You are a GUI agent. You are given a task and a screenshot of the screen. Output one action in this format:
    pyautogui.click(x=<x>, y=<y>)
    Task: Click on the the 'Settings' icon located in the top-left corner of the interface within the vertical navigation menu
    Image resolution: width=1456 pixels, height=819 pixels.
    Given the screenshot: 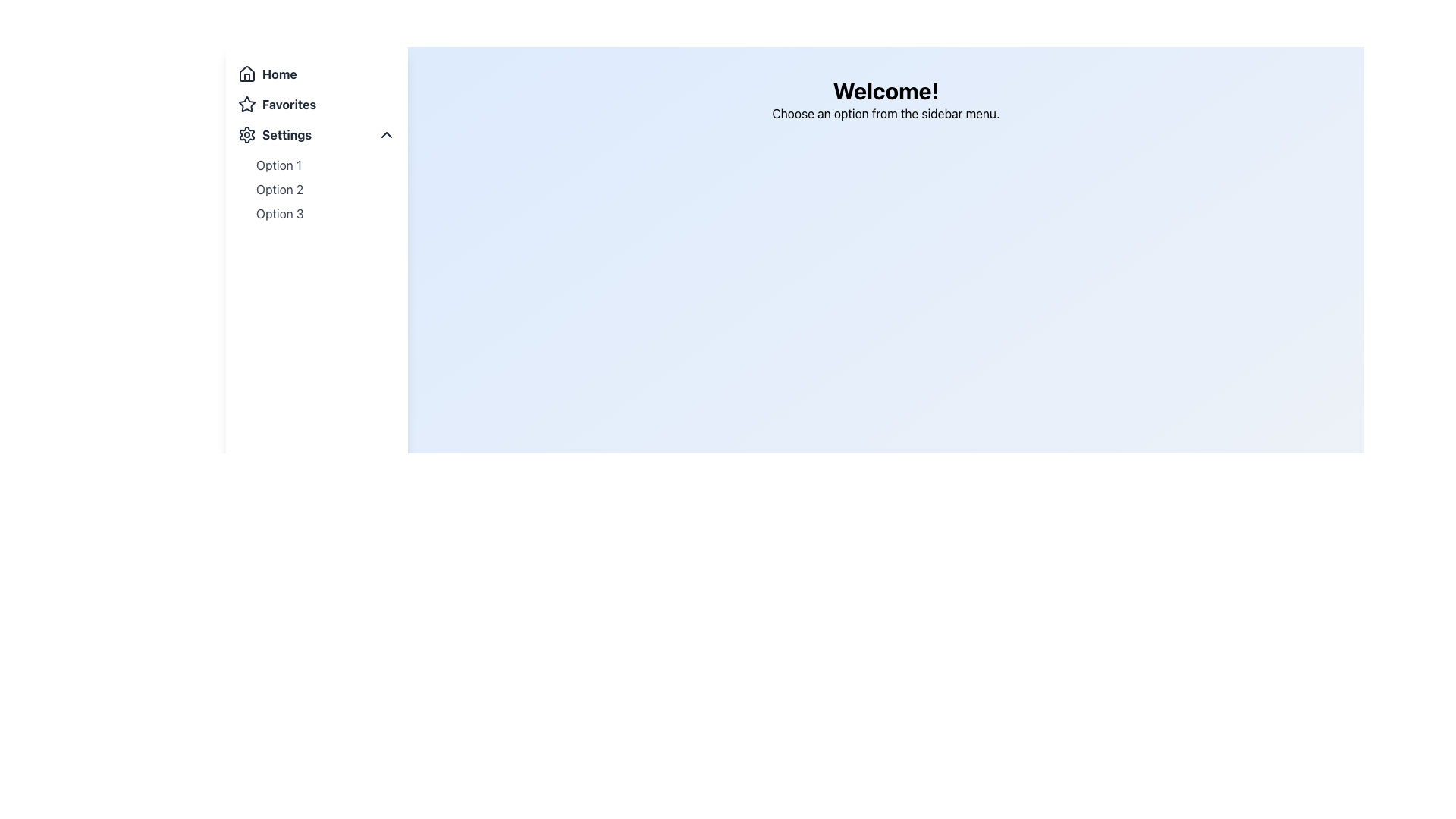 What is the action you would take?
    pyautogui.click(x=247, y=133)
    